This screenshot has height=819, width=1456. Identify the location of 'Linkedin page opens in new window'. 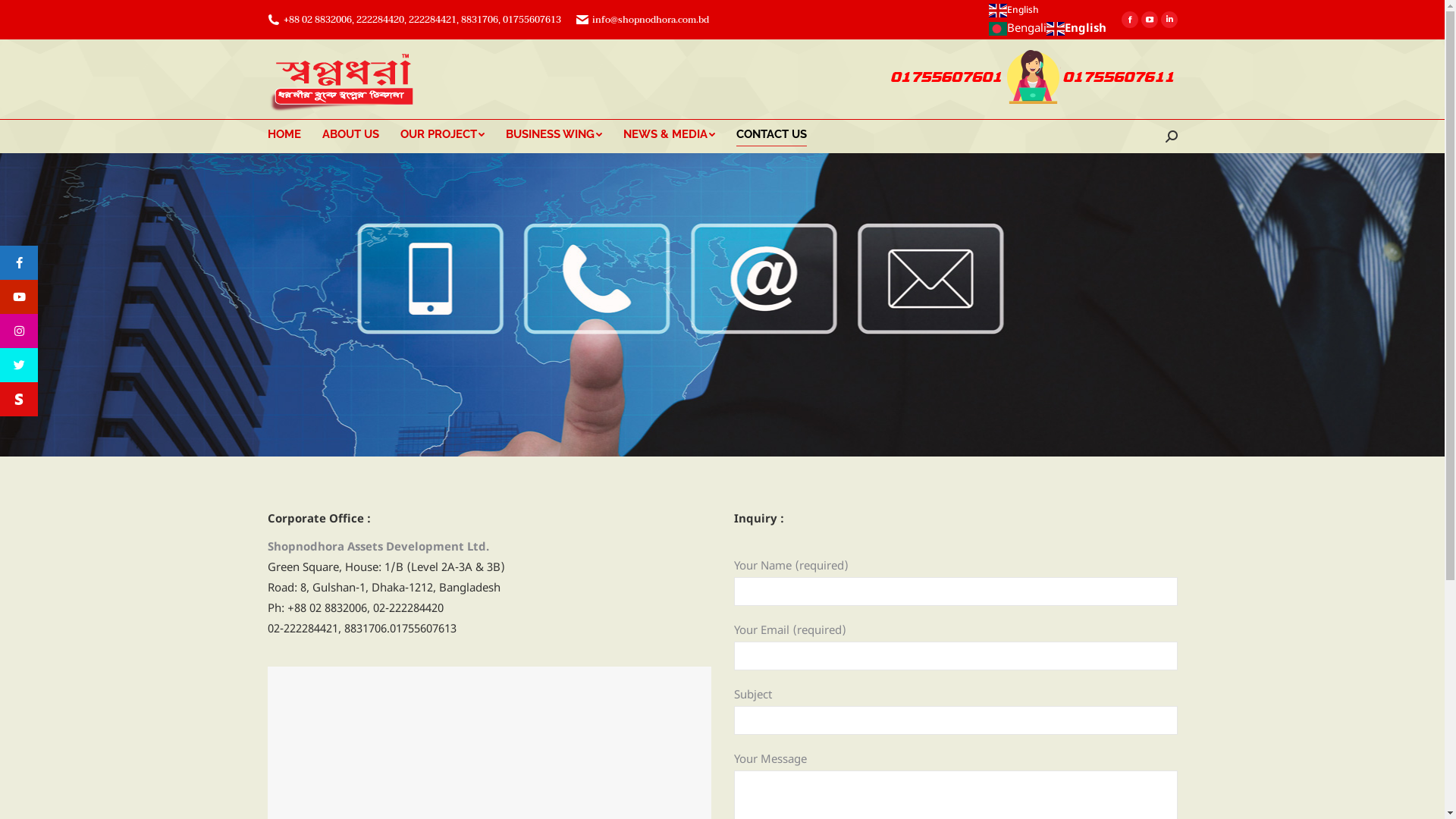
(1167, 20).